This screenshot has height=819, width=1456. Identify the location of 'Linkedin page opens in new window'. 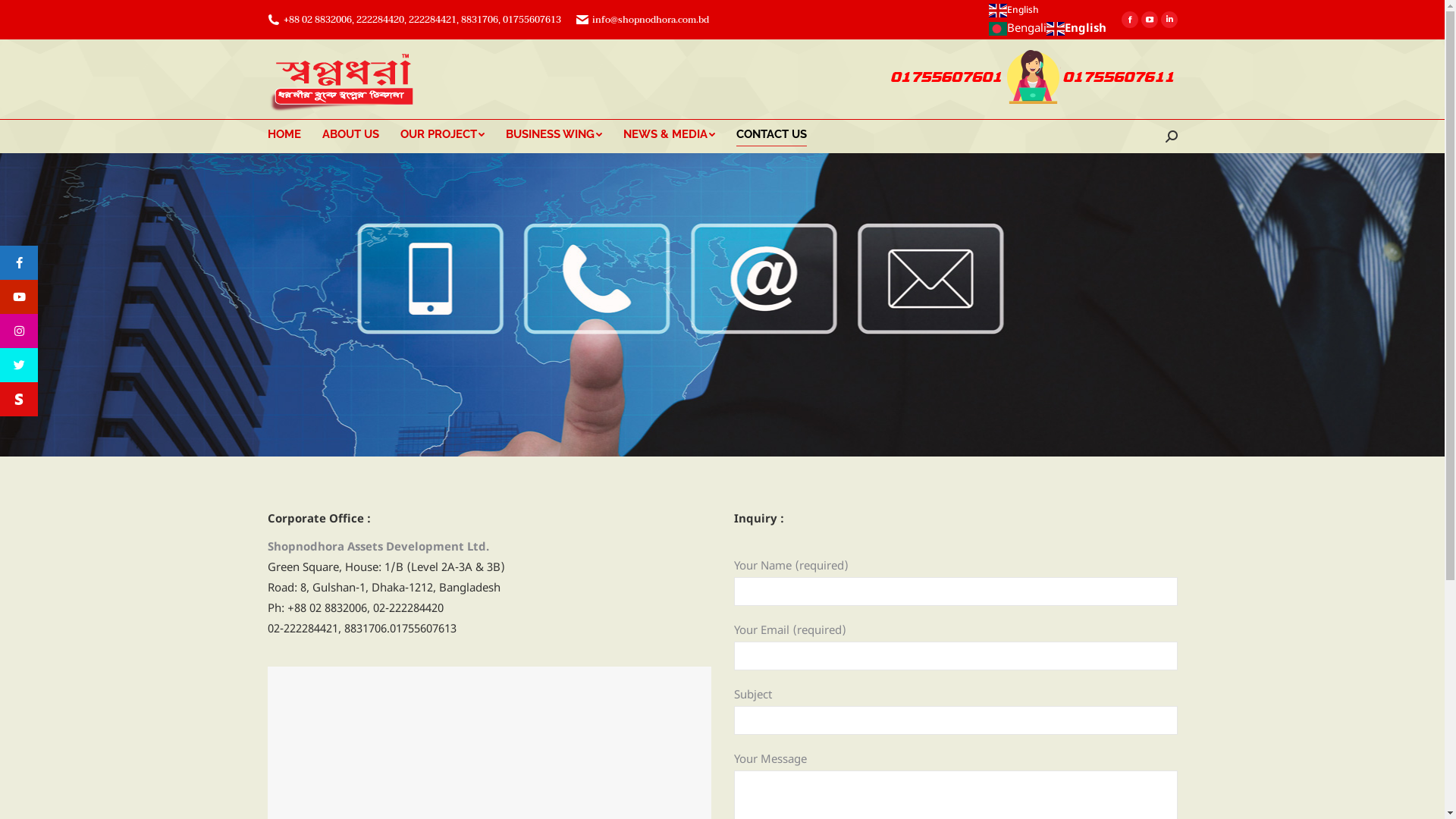
(1167, 20).